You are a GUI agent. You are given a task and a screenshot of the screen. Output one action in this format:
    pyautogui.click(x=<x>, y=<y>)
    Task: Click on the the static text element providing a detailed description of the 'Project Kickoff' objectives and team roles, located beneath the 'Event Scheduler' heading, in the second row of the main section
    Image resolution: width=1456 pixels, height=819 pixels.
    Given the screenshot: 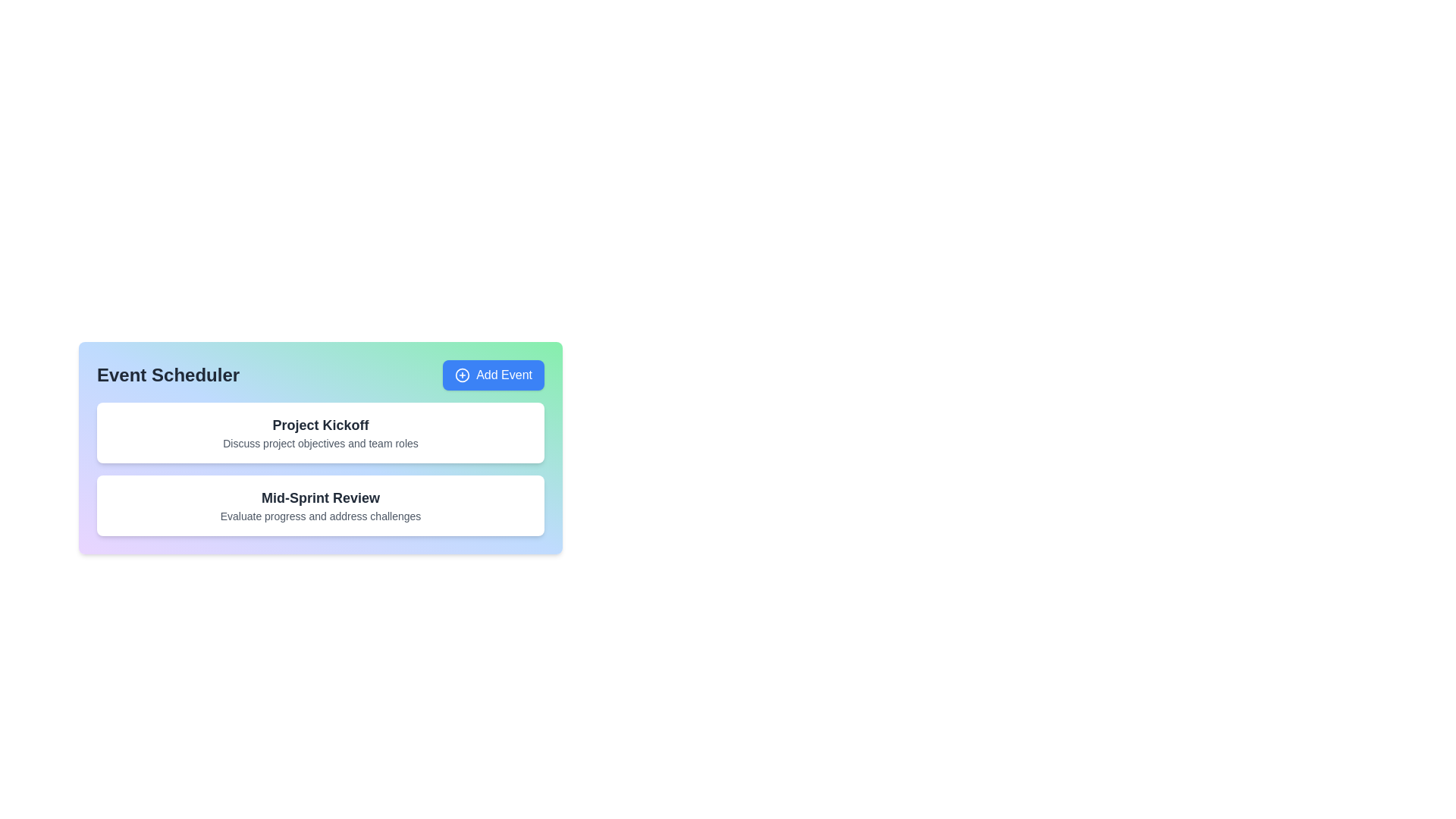 What is the action you would take?
    pyautogui.click(x=319, y=444)
    